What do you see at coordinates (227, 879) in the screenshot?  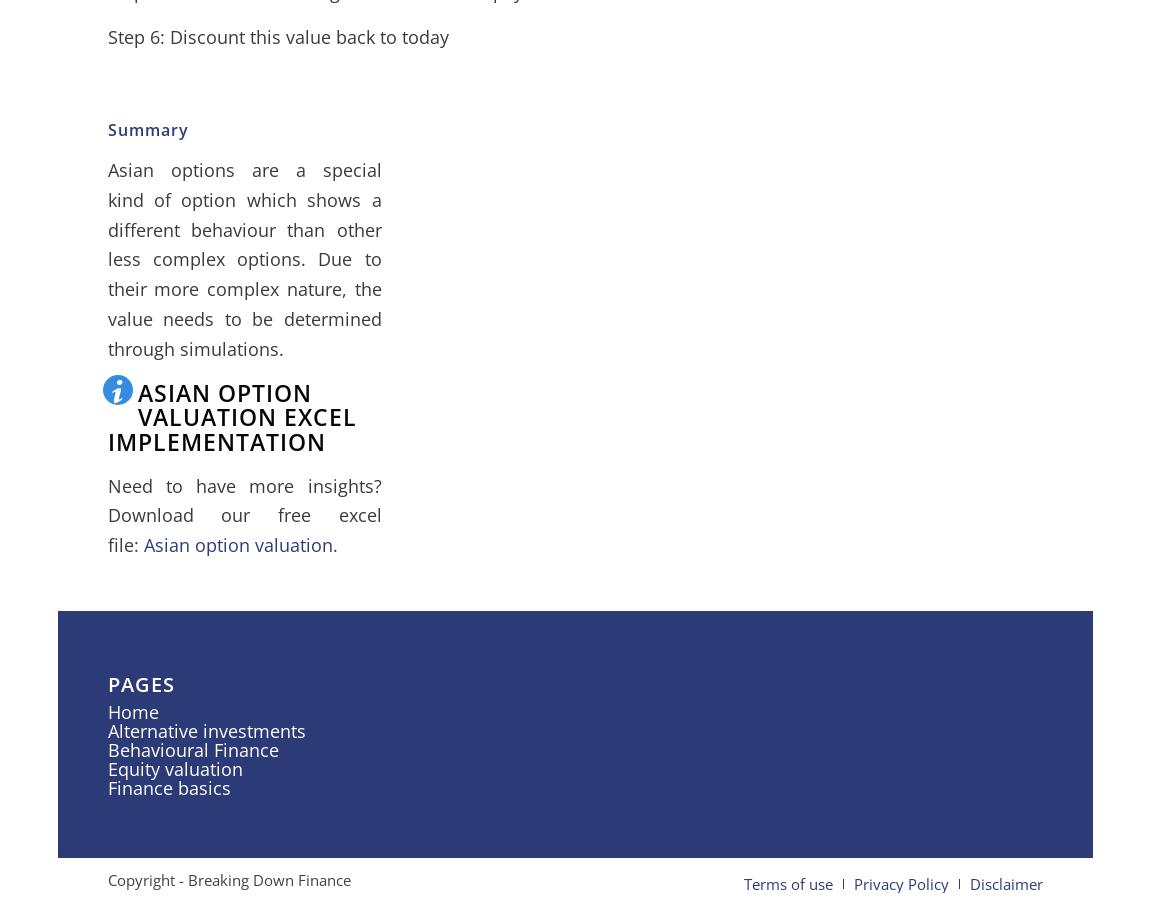 I see `'Copyright - Breaking Down Finance'` at bounding box center [227, 879].